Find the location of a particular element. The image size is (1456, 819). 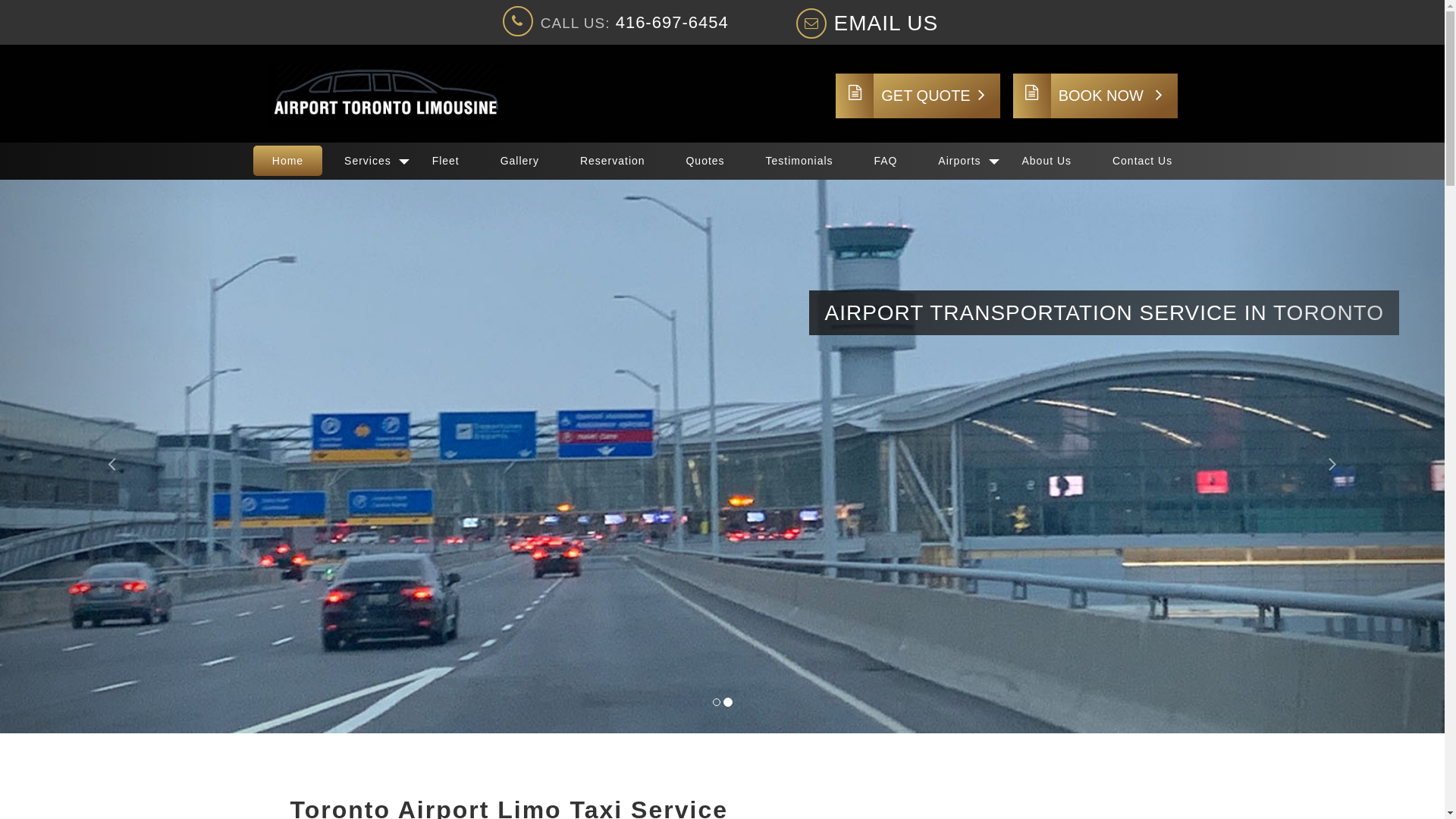

'Home' is located at coordinates (253, 161).